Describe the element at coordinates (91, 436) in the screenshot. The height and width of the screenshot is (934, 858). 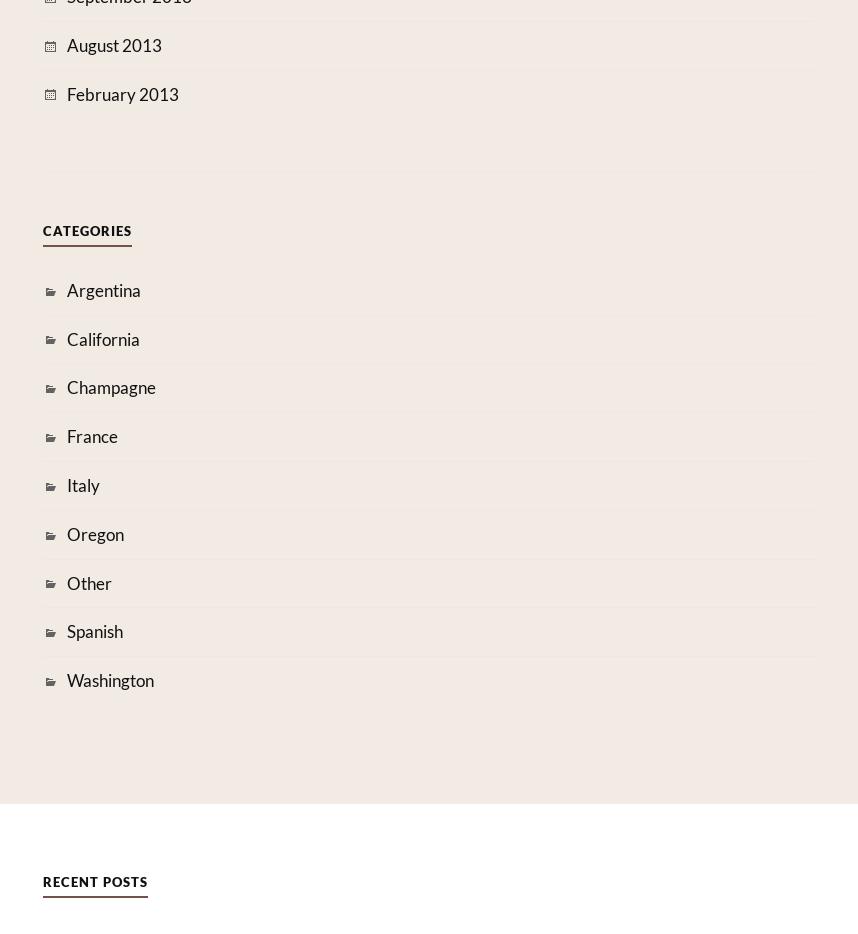
I see `'France'` at that location.